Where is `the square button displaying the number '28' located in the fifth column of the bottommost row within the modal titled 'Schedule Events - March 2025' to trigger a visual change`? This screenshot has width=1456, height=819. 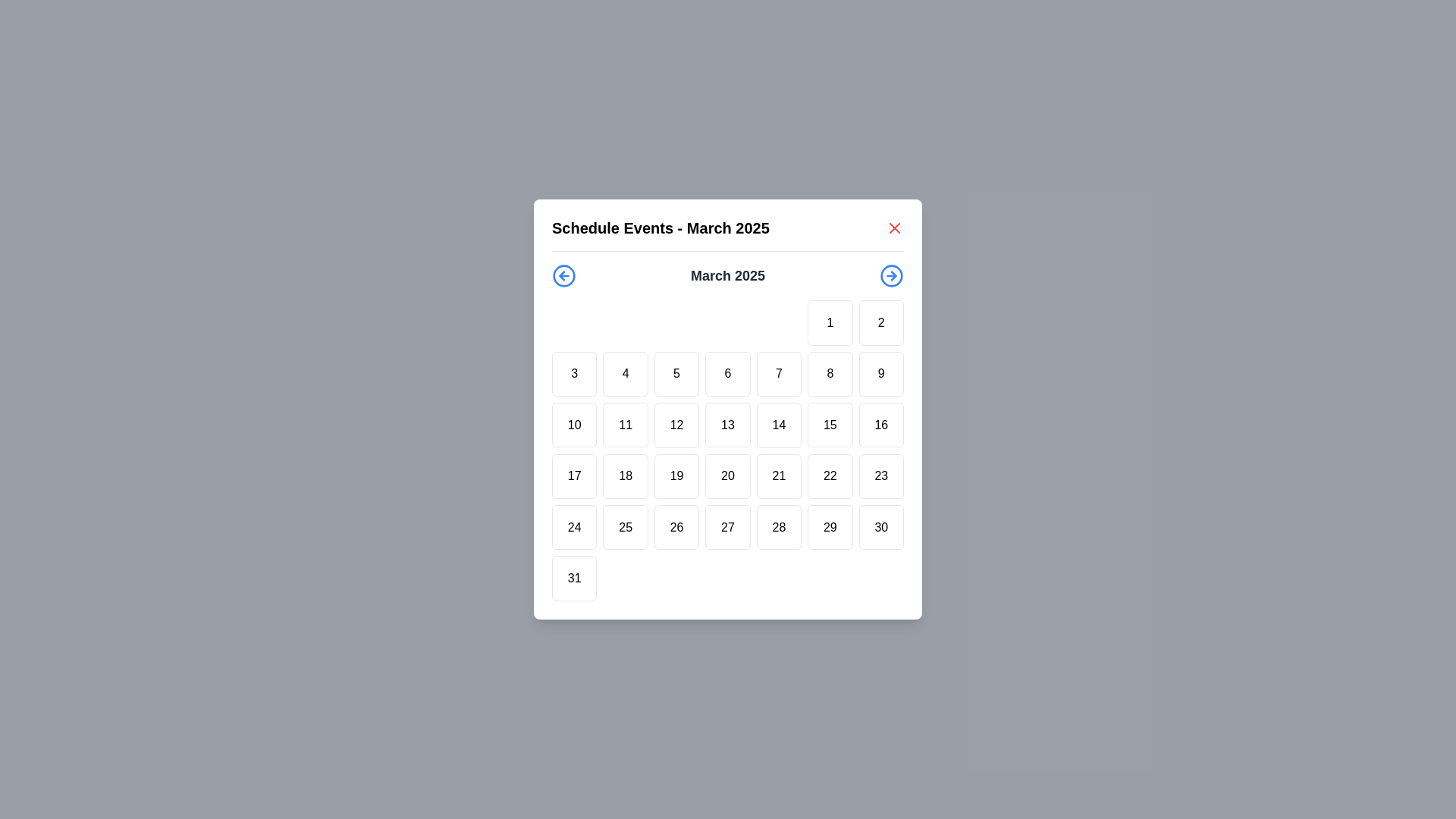
the square button displaying the number '28' located in the fifth column of the bottommost row within the modal titled 'Schedule Events - March 2025' to trigger a visual change is located at coordinates (779, 526).